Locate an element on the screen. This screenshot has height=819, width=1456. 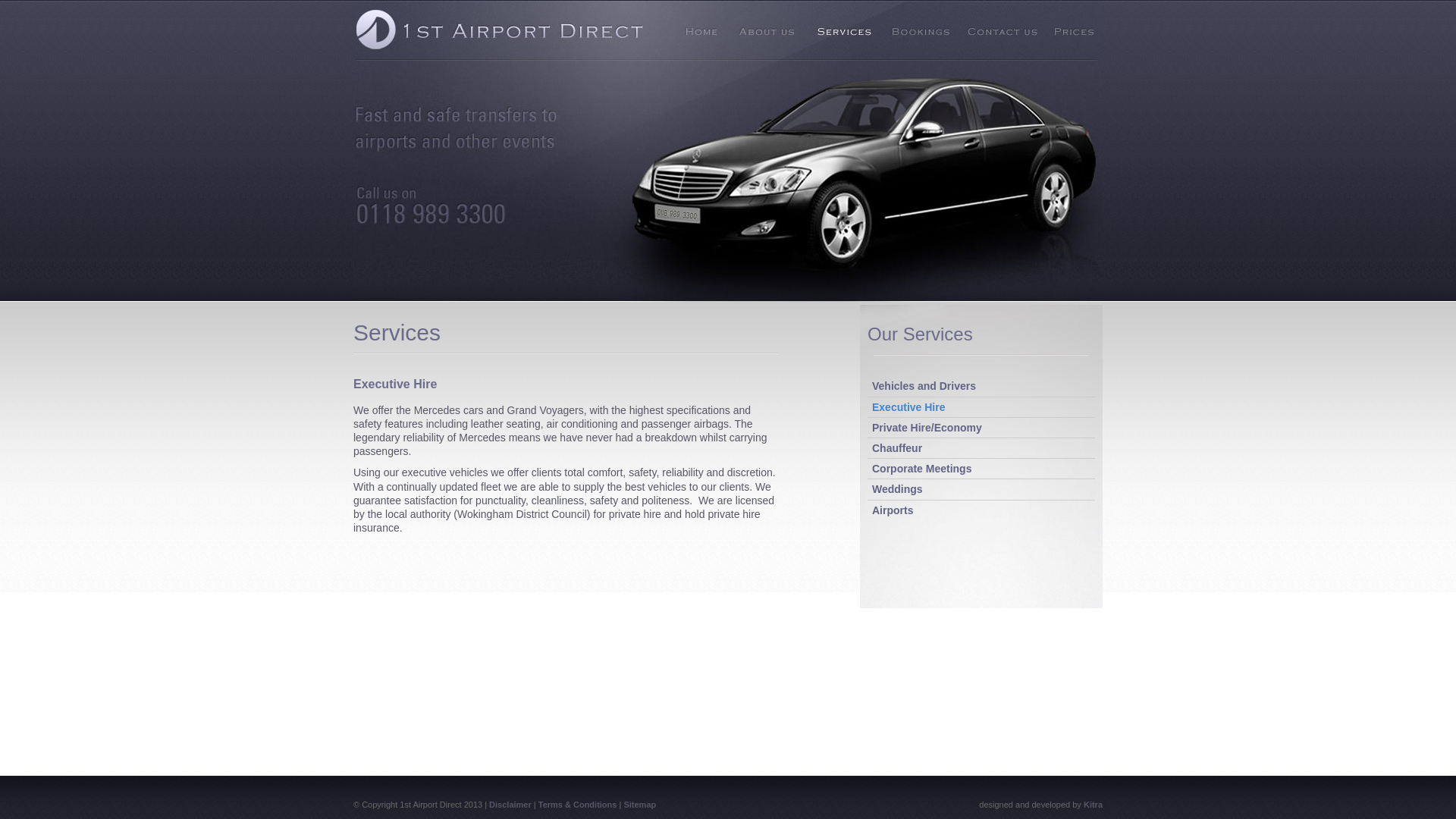
'Disclaimer' is located at coordinates (510, 803).